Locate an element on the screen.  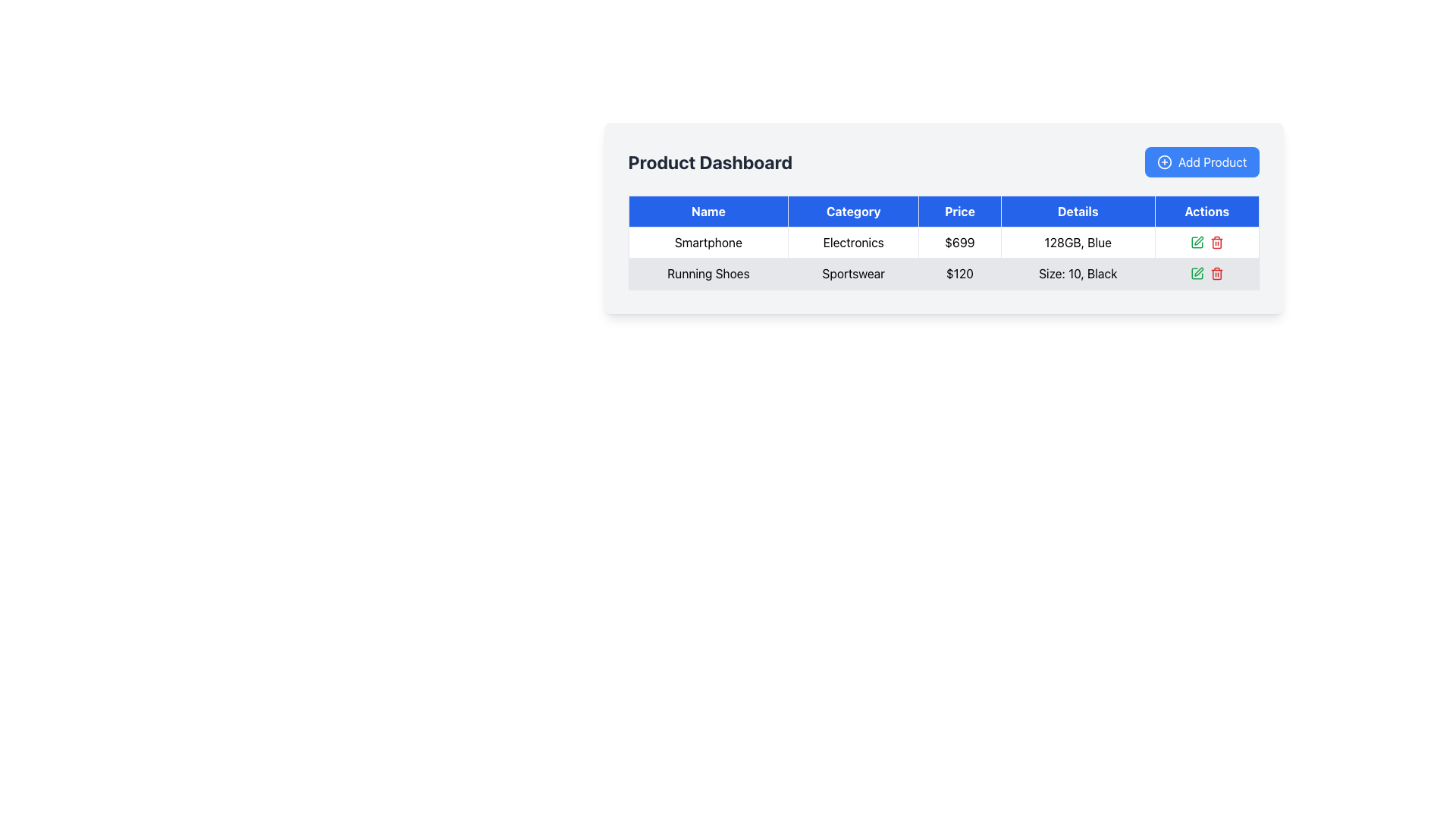
the 'Edit' icon button in the 'Actions' column for the 'Smartphone' product to change its color to a darker green is located at coordinates (1196, 242).